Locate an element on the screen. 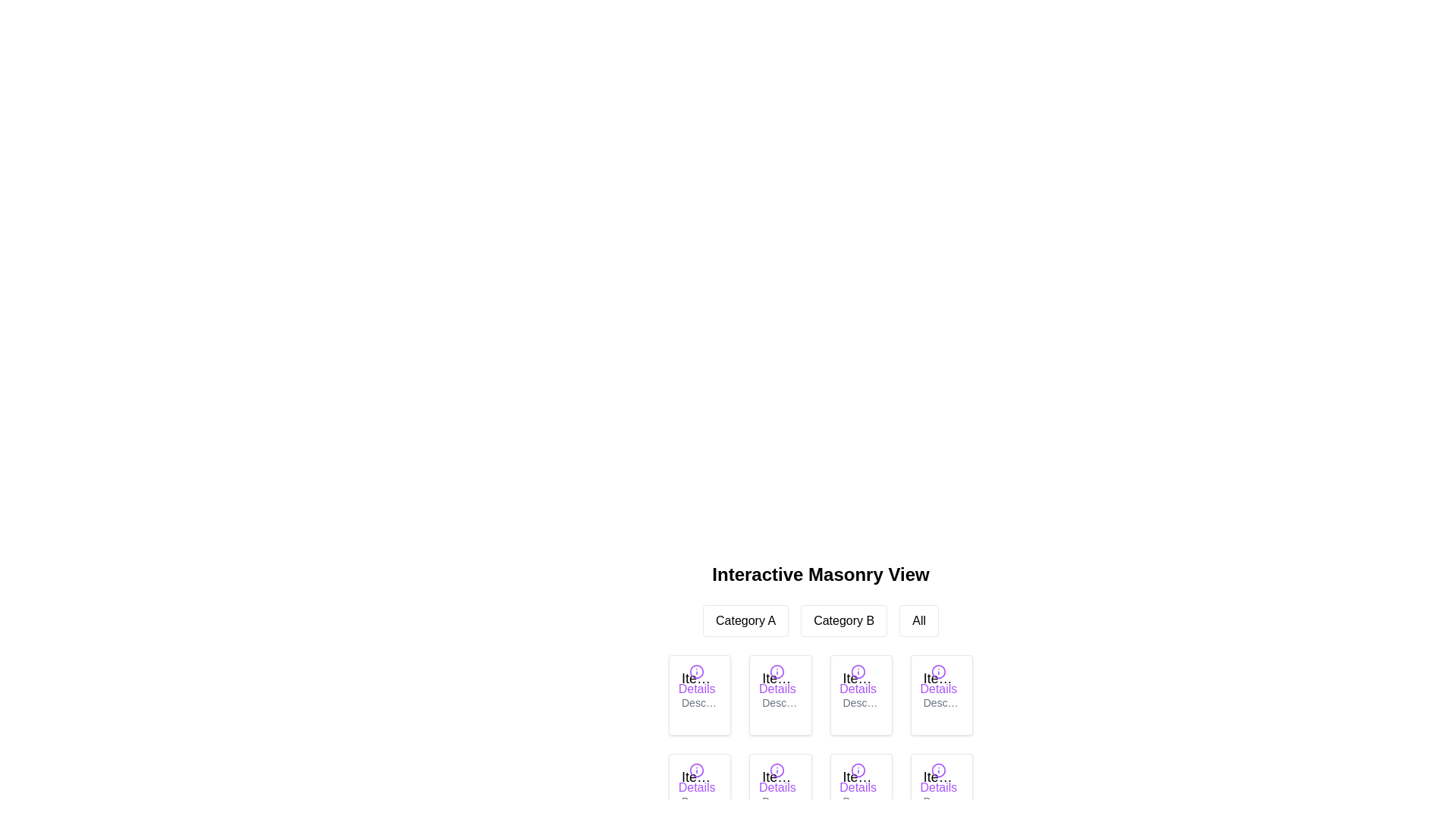 This screenshot has height=819, width=1456. the information icon, which is a purple circular outline containing an 'info' symbol, located slightly to the left of the 'Details' text in the upper-right corner of the item in the masonry grid, to interact with the 'Details' section is located at coordinates (937, 770).